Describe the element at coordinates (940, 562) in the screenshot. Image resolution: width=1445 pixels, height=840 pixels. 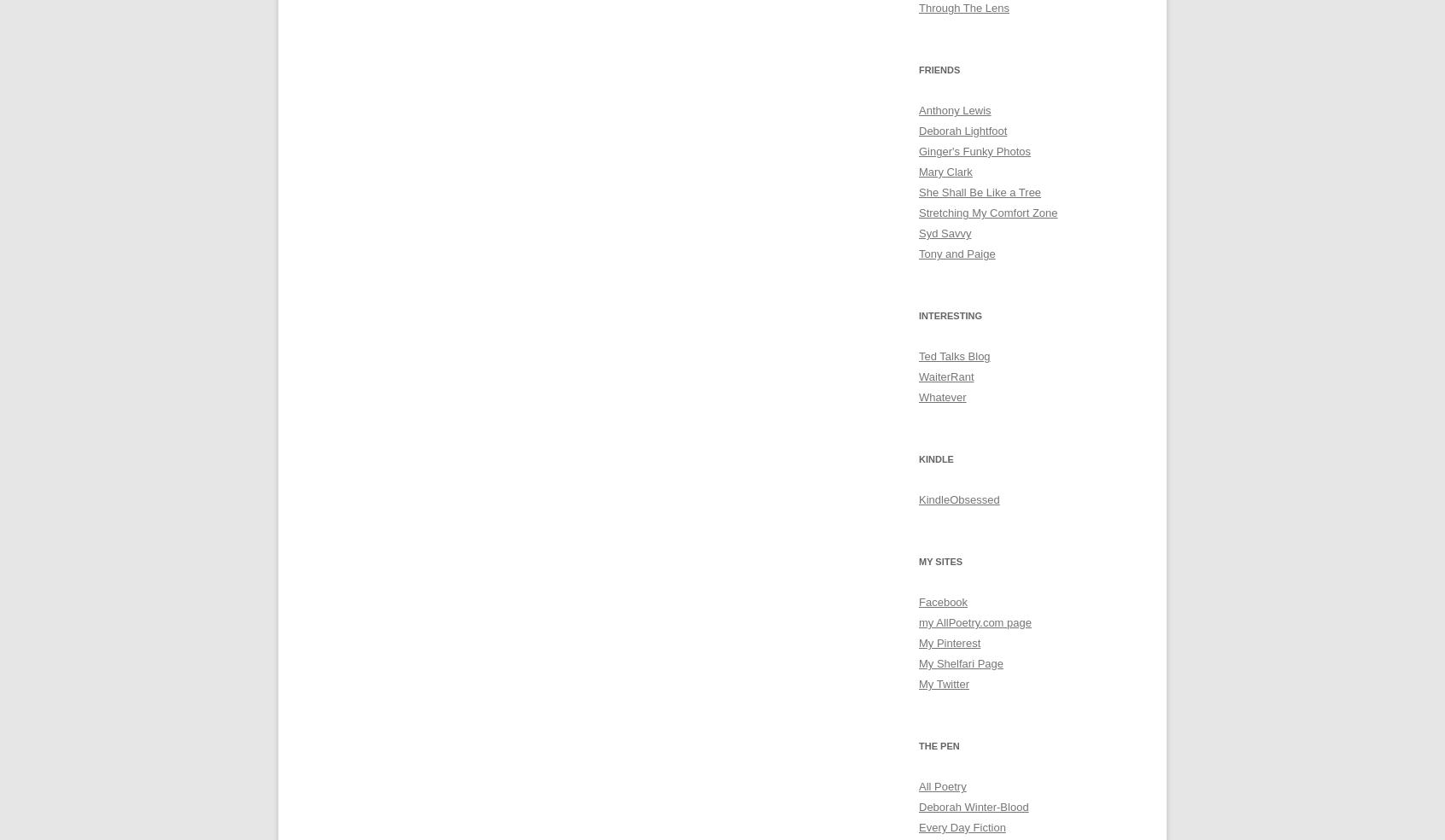
I see `'My Sites'` at that location.